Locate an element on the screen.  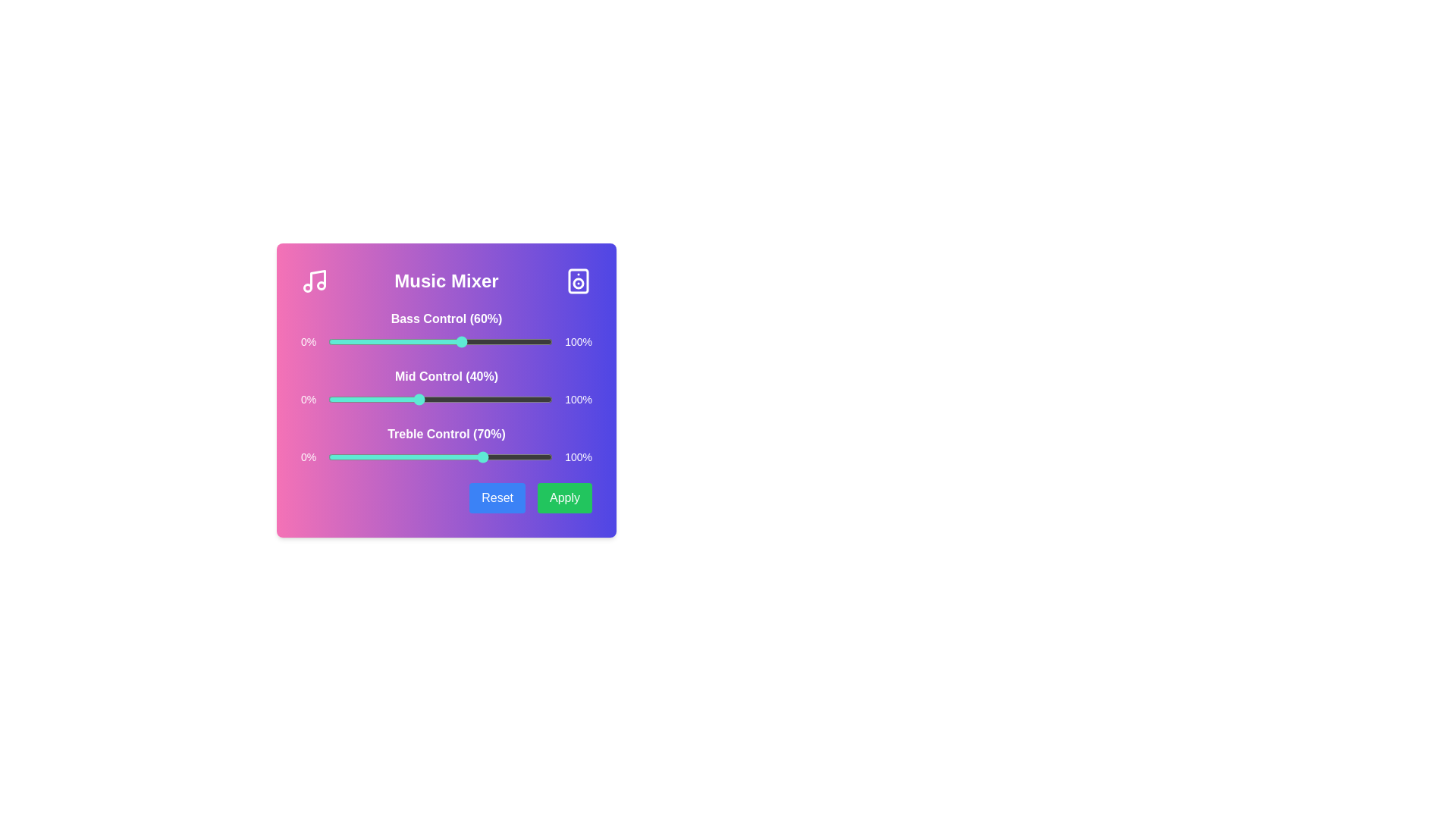
the mid control slider to 66% is located at coordinates (475, 399).